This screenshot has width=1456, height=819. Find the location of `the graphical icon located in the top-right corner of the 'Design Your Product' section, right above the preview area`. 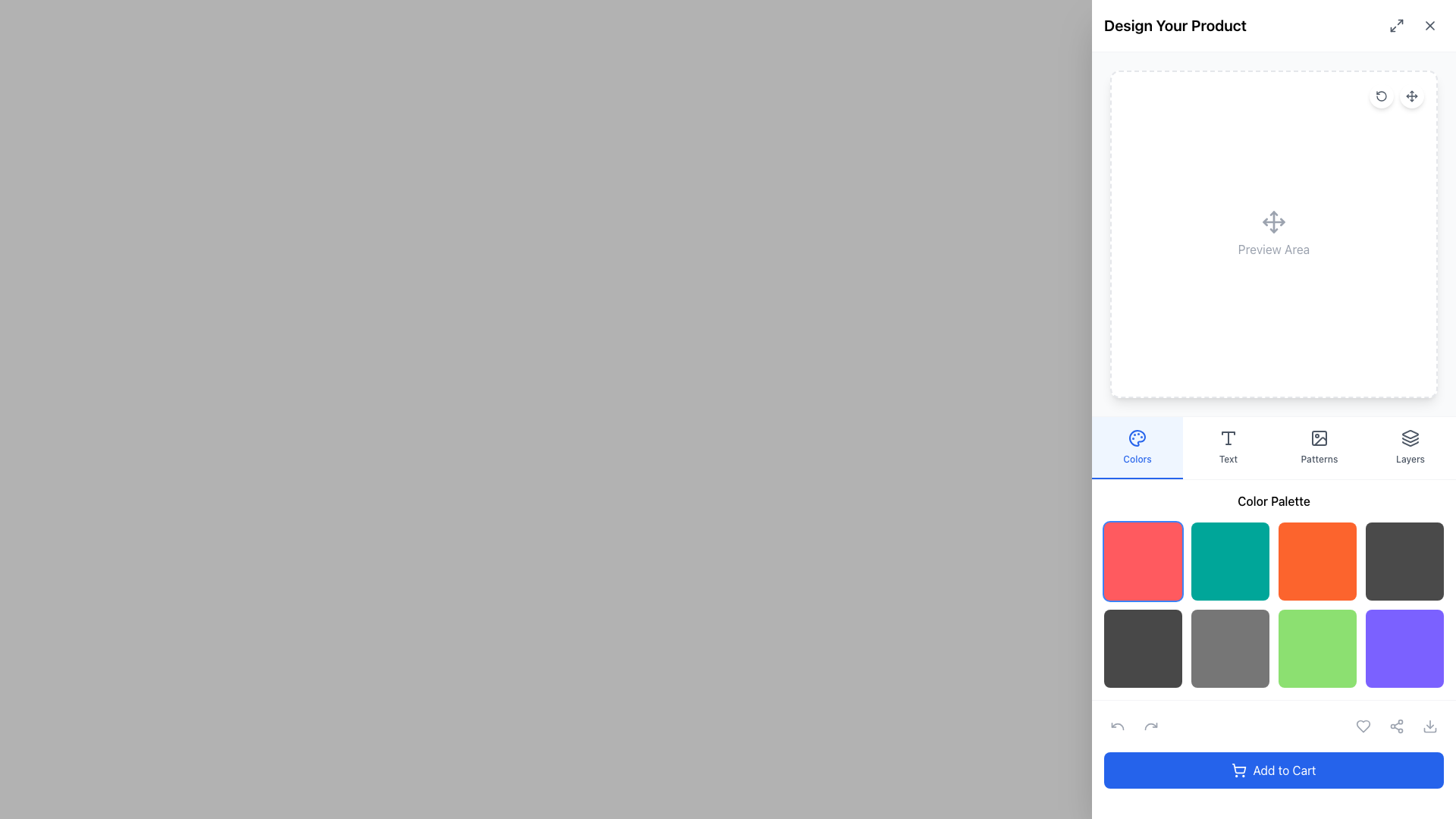

the graphical icon located in the top-right corner of the 'Design Your Product' section, right above the preview area is located at coordinates (1382, 96).